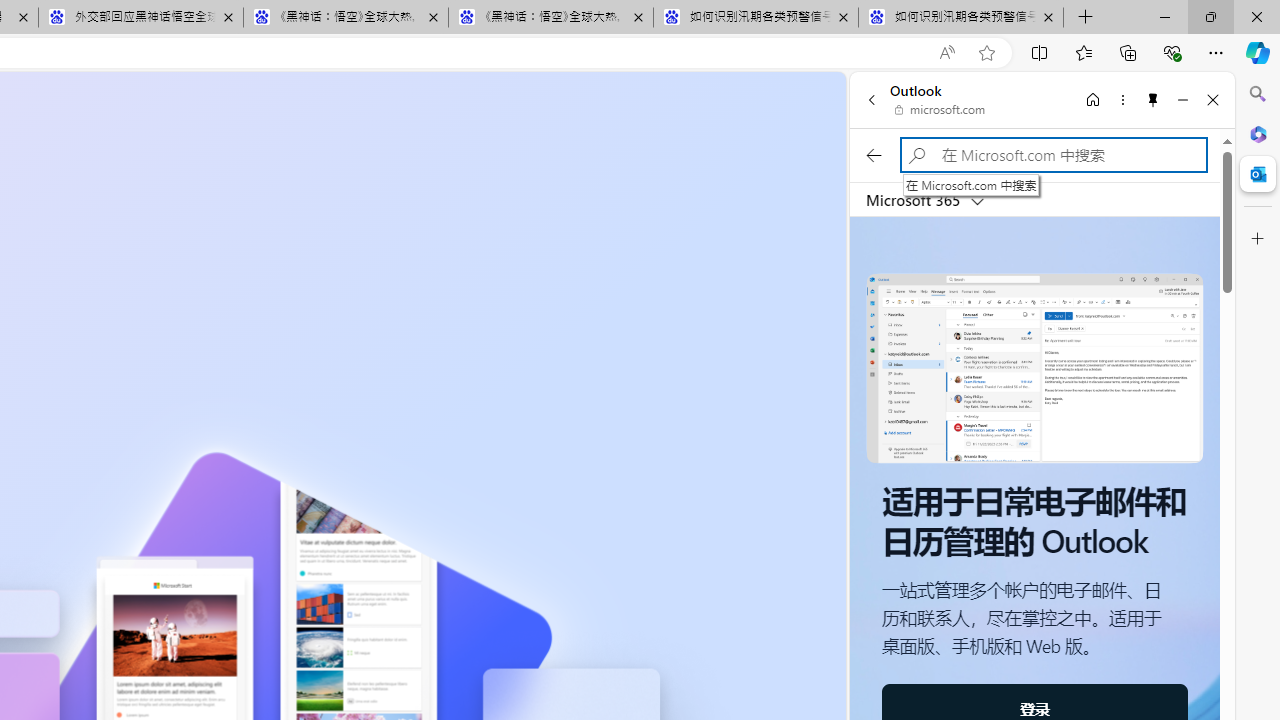  What do you see at coordinates (1182, 99) in the screenshot?
I see `'Minimize'` at bounding box center [1182, 99].